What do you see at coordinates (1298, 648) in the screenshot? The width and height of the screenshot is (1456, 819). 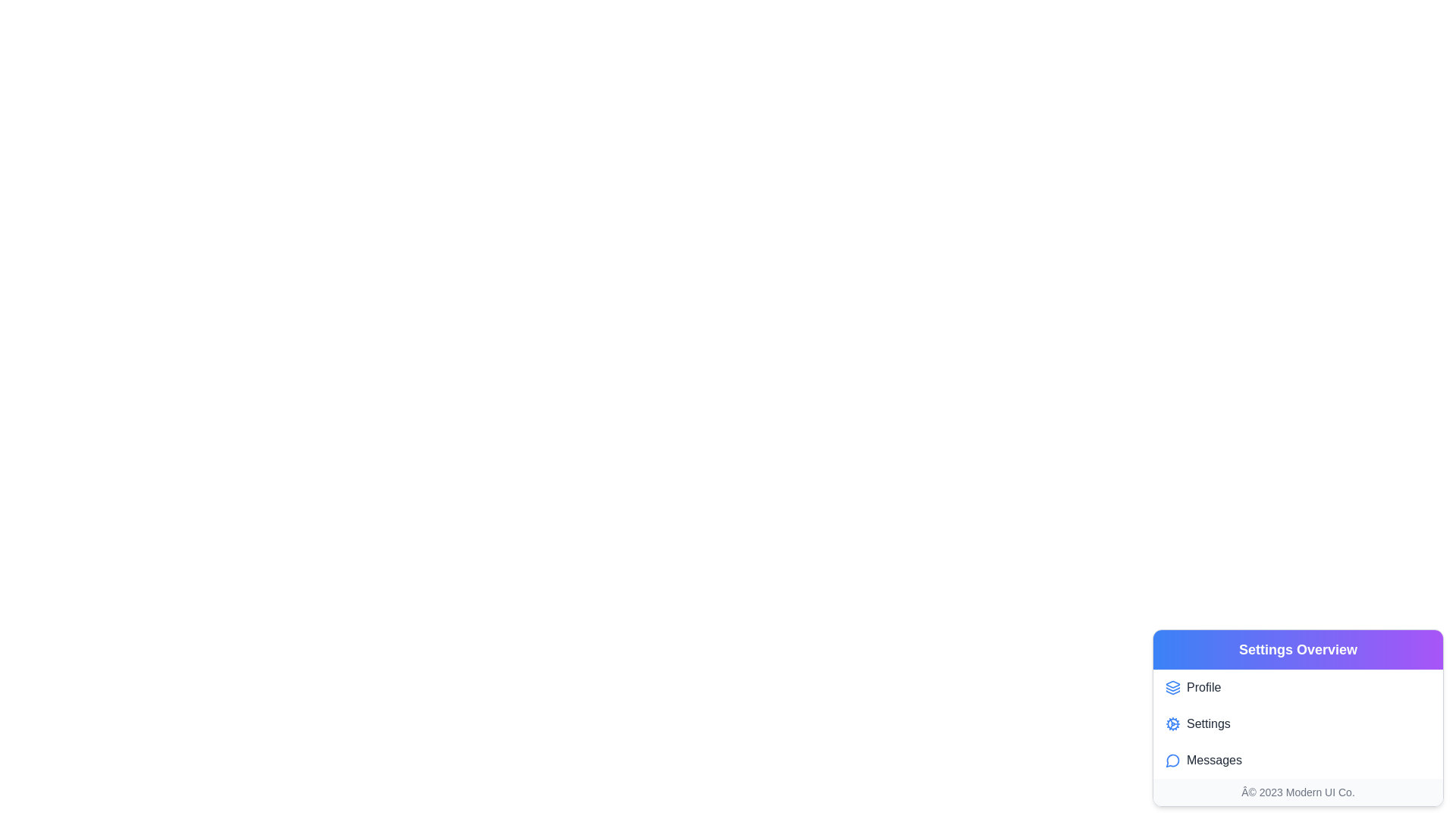 I see `the 'Settings Overview' header, which is a rectangular header with a gradient background from blue to purple, containing bold white text centered within it` at bounding box center [1298, 648].